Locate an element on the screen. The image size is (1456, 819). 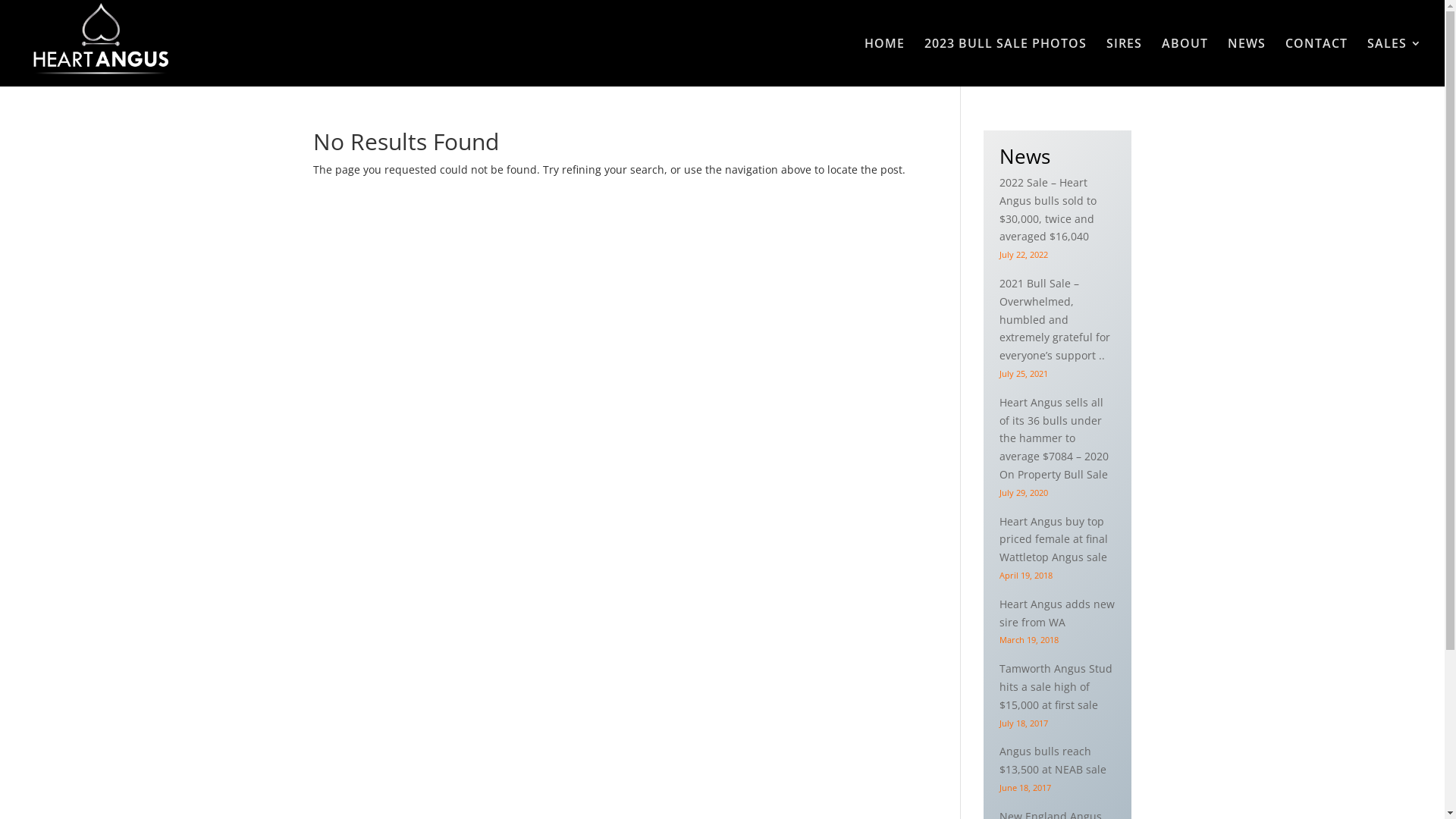
'CONTACT' is located at coordinates (1316, 61).